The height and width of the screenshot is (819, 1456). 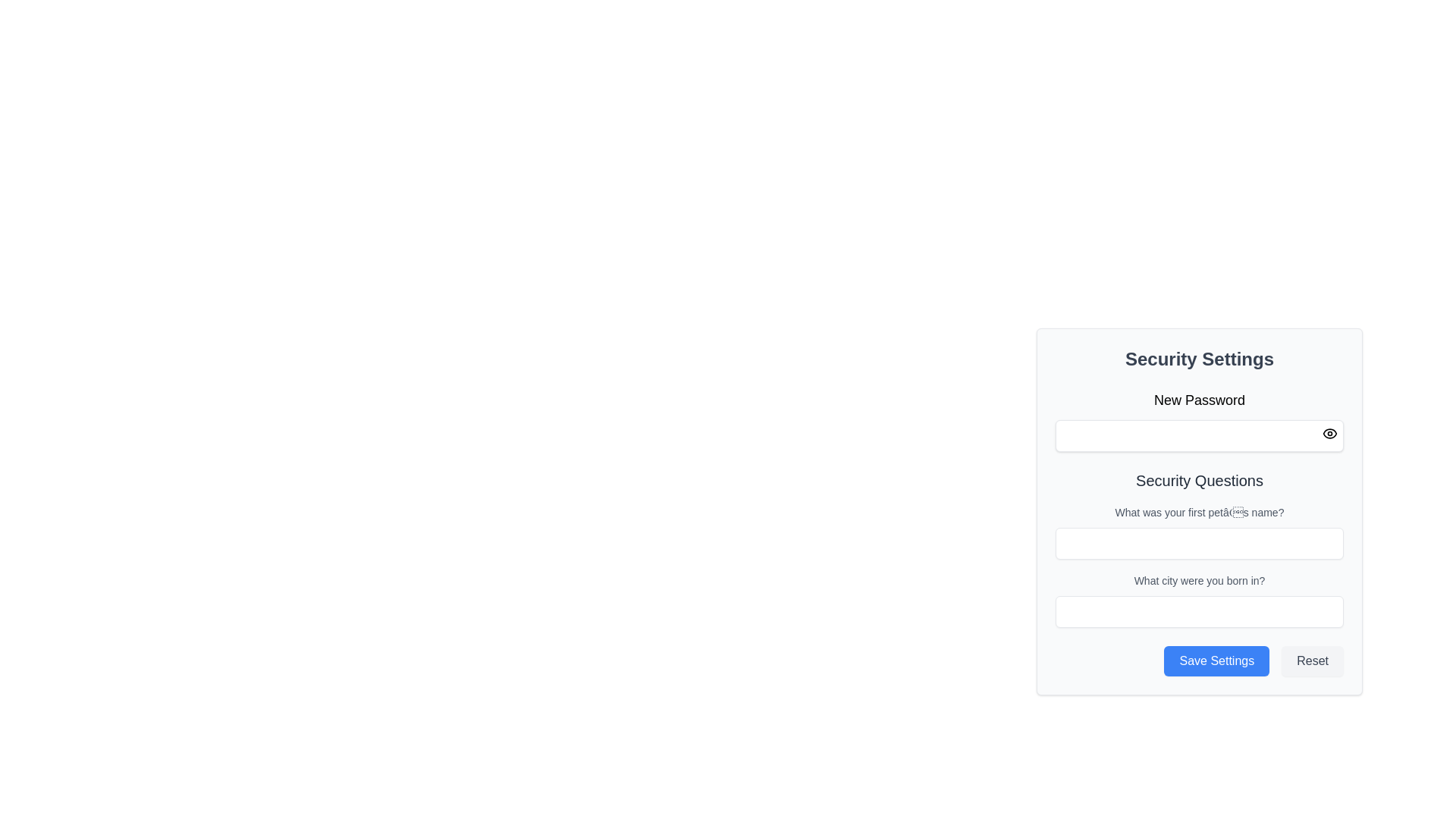 I want to click on the 'Security Questions' text label, which is a prominent heading styled in dark gray, positioned within the security configuration panel, so click(x=1199, y=480).